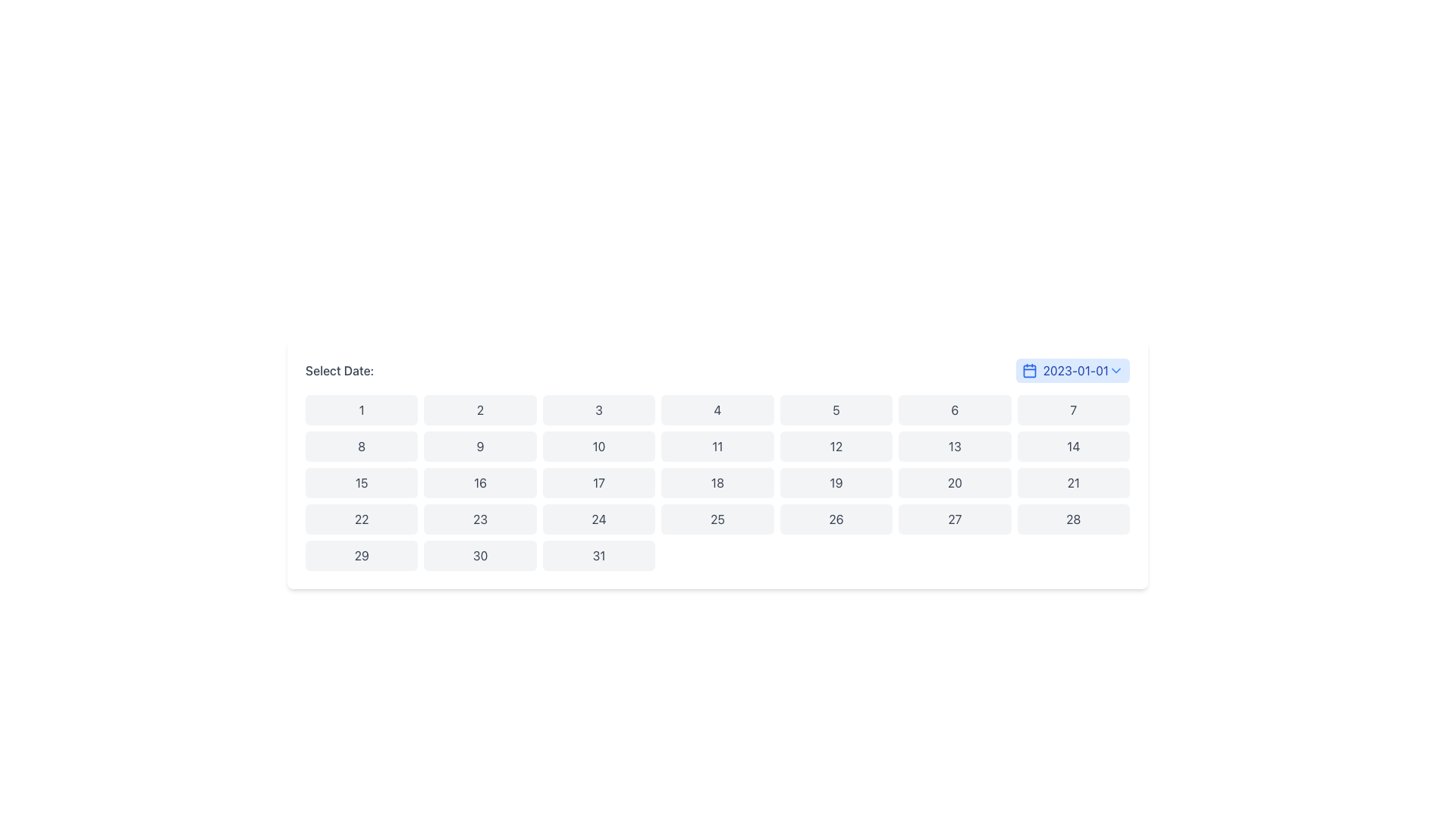 Image resolution: width=1456 pixels, height=819 pixels. What do you see at coordinates (954, 519) in the screenshot?
I see `the button displaying the number '27' with a light gray background in the sixth row and fourth column of the grid layout` at bounding box center [954, 519].